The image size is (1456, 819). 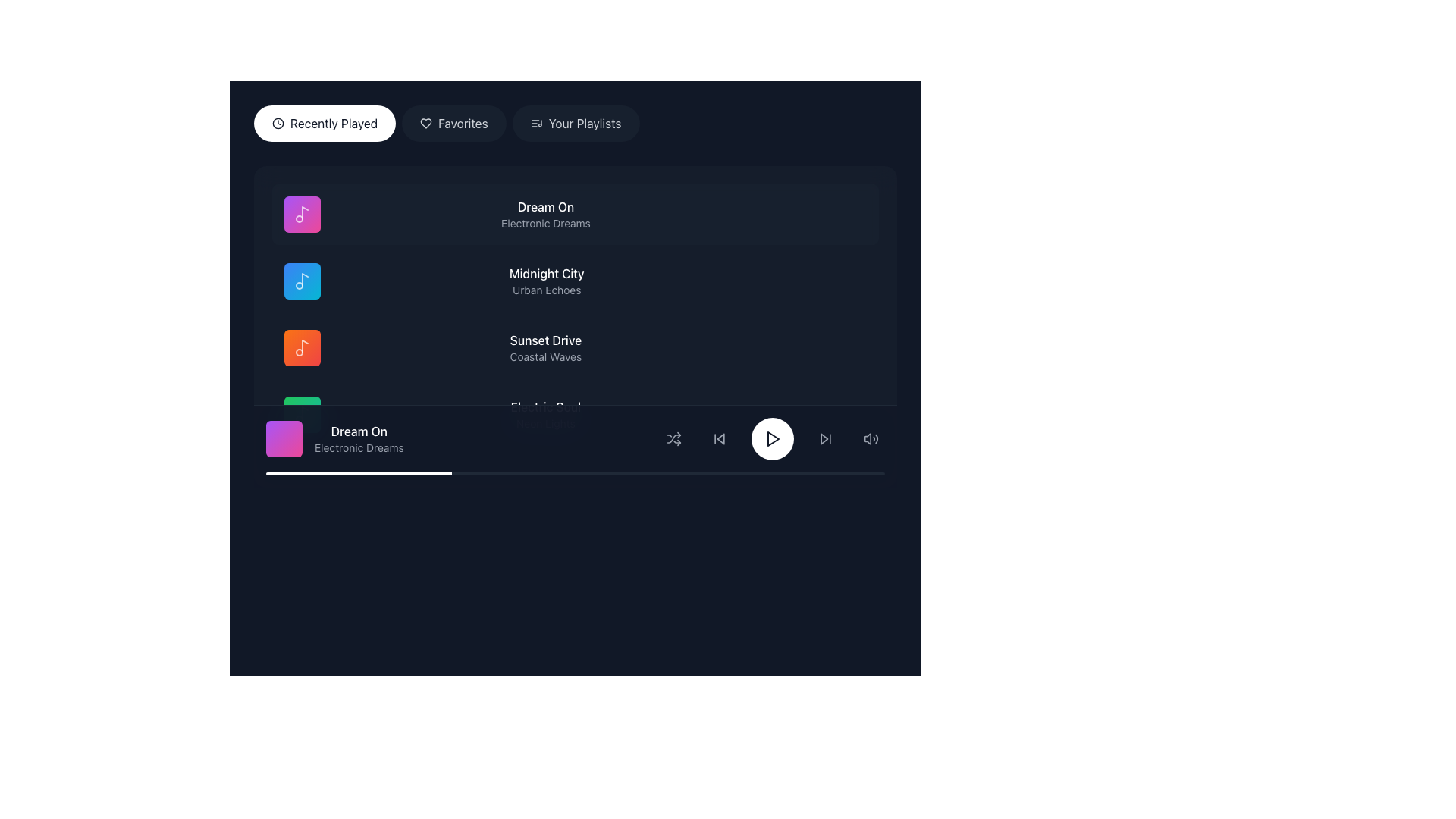 I want to click on the skip button with a forward arrow icon located in the bottom-right section of the horizontal control bar, so click(x=825, y=438).